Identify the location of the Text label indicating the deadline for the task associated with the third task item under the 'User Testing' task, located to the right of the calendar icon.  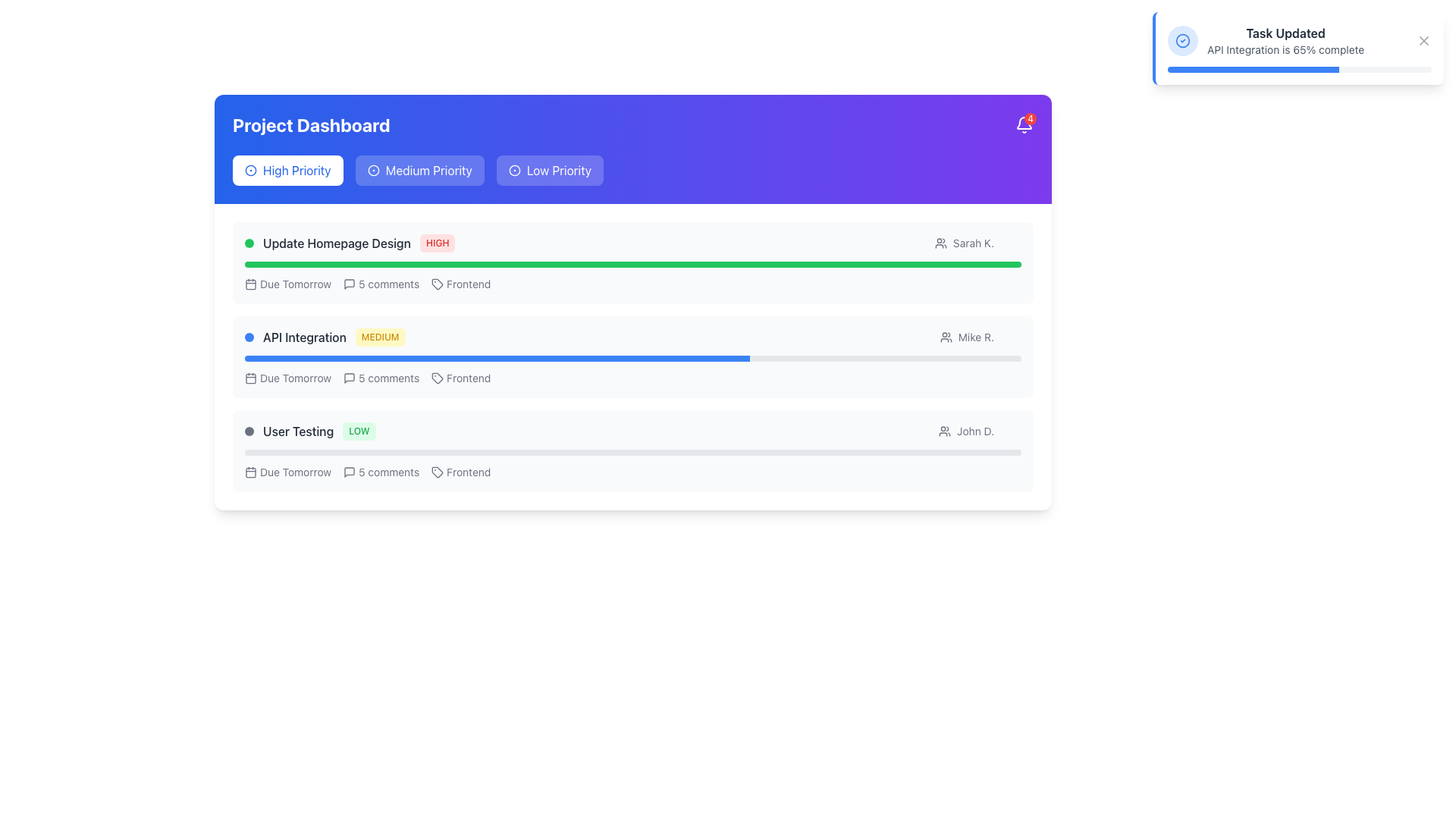
(296, 472).